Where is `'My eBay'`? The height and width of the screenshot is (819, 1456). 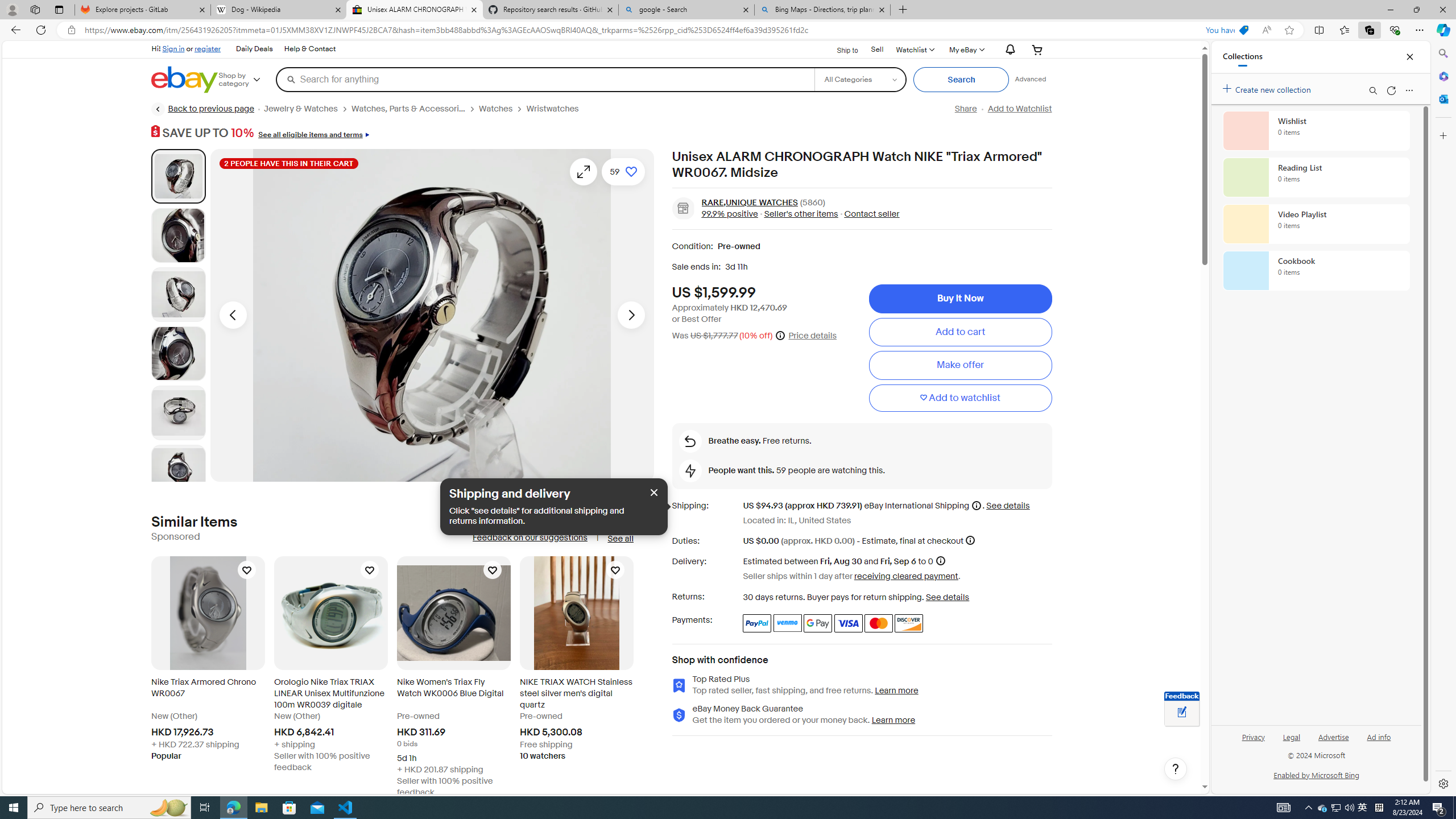
'My eBay' is located at coordinates (965, 49).